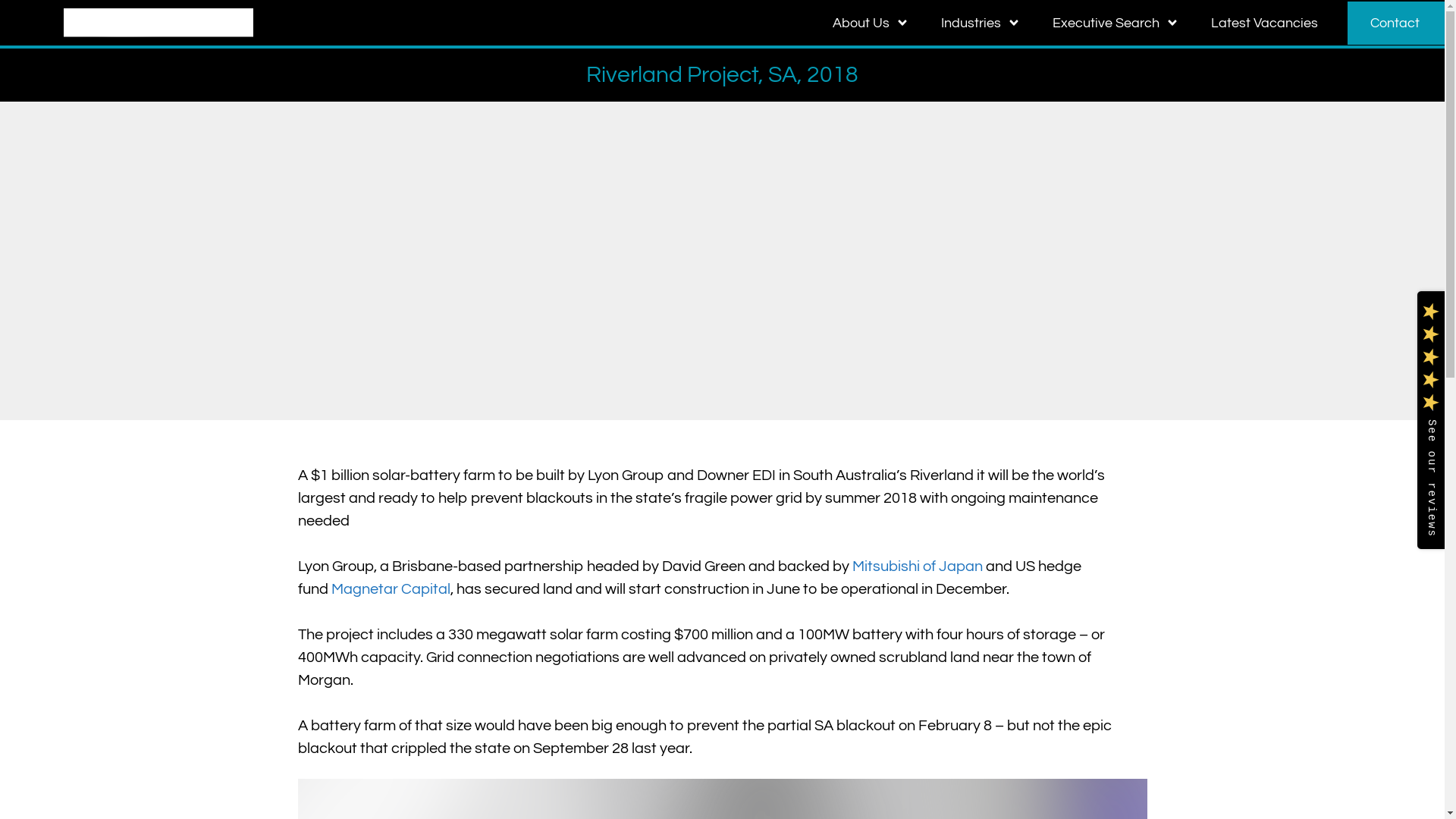  Describe the element at coordinates (1395, 22) in the screenshot. I see `'Contact'` at that location.